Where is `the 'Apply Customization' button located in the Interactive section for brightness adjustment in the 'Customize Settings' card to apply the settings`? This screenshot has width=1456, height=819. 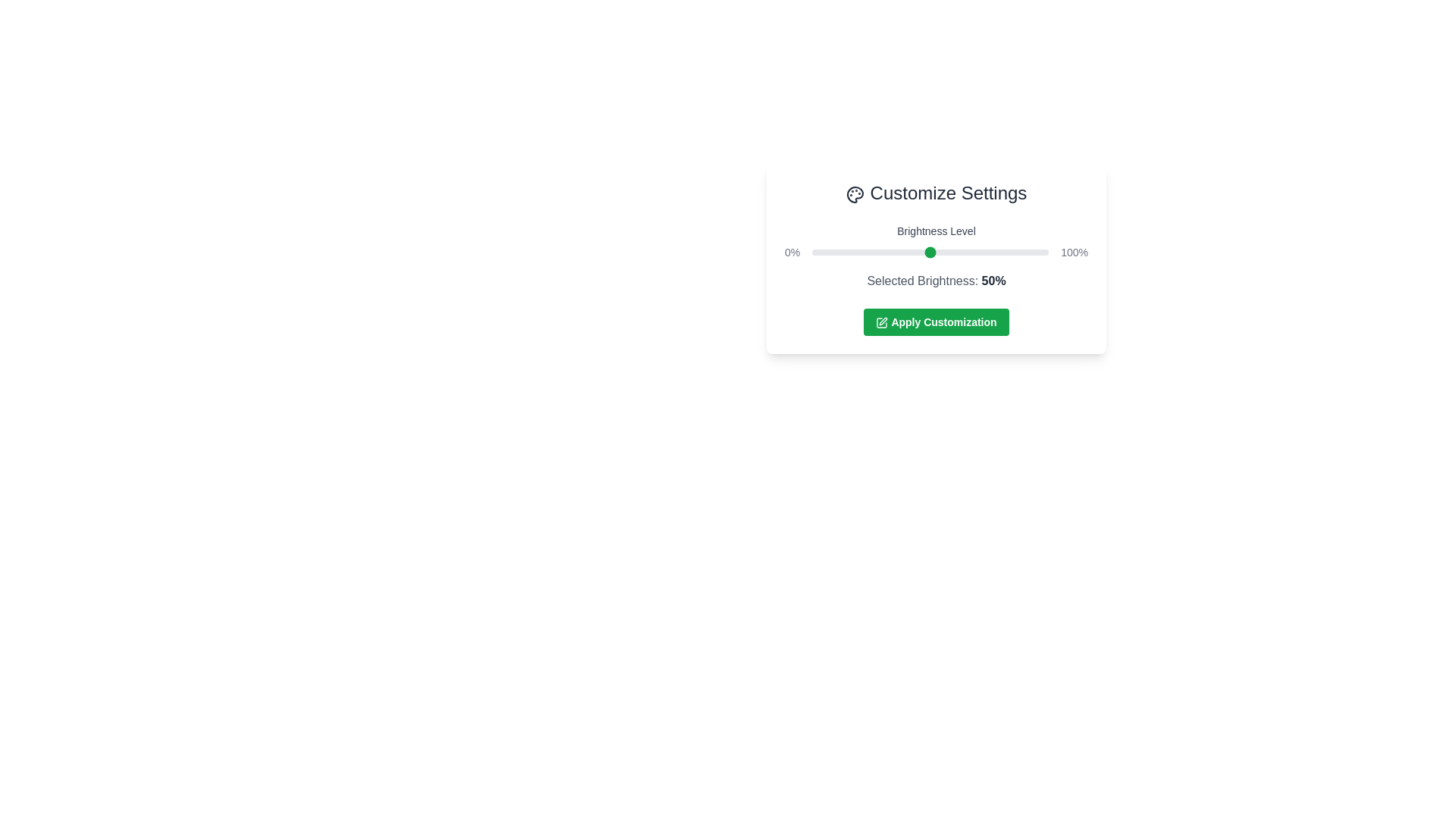
the 'Apply Customization' button located in the Interactive section for brightness adjustment in the 'Customize Settings' card to apply the settings is located at coordinates (935, 280).